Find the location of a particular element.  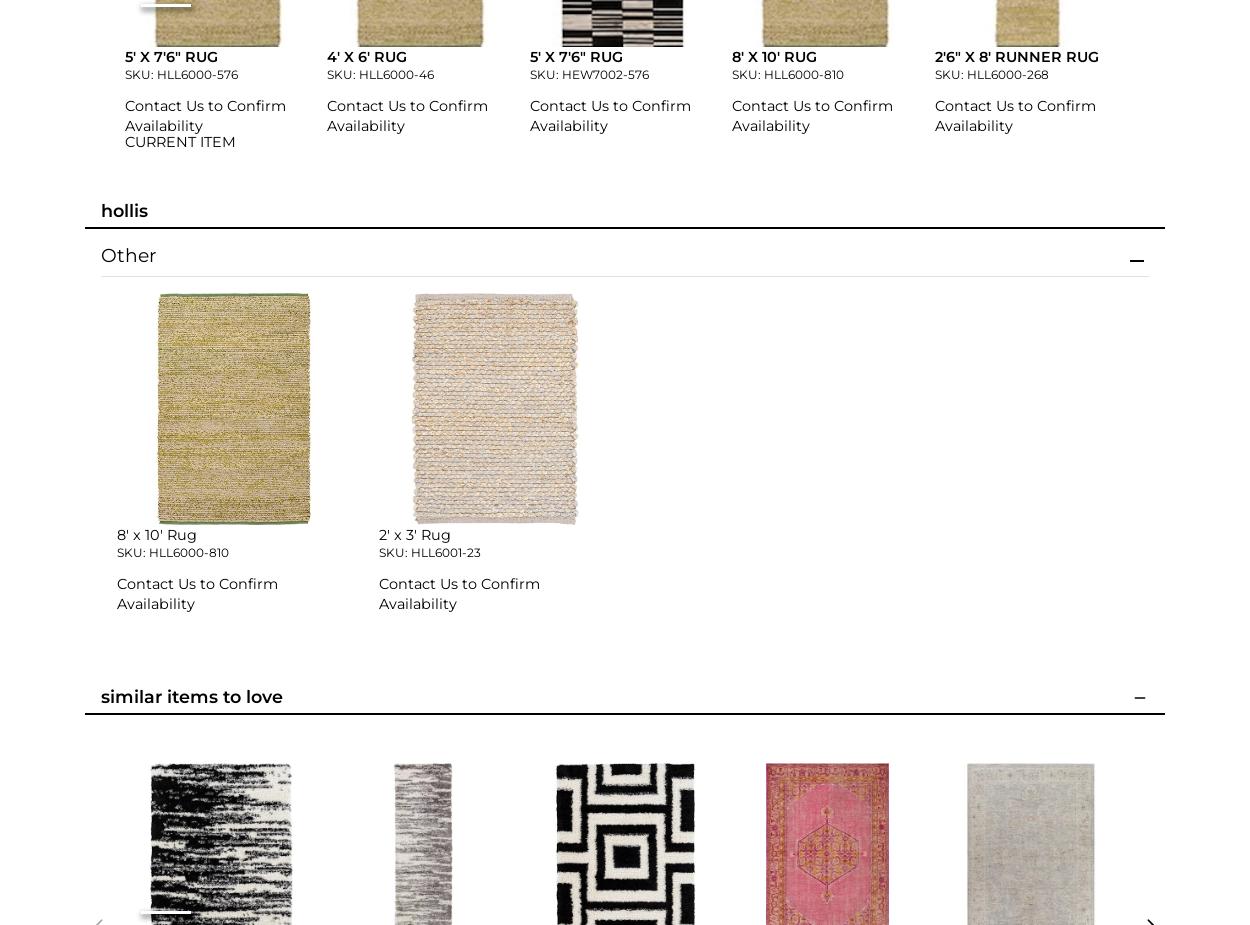

'2'6" x 8' Runner Rug' is located at coordinates (1016, 54).